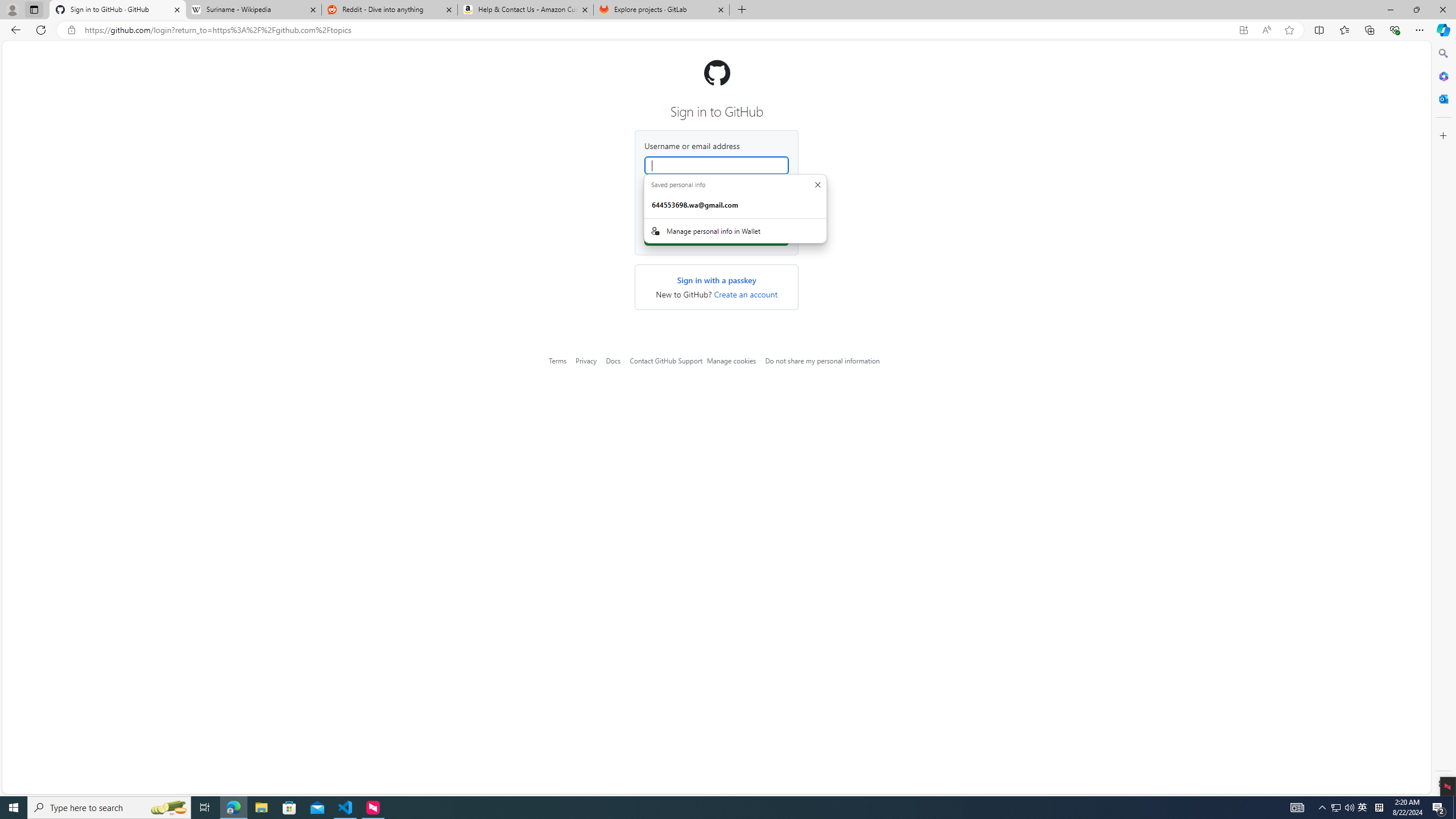 The image size is (1456, 819). I want to click on 'Docs', so click(614, 360).